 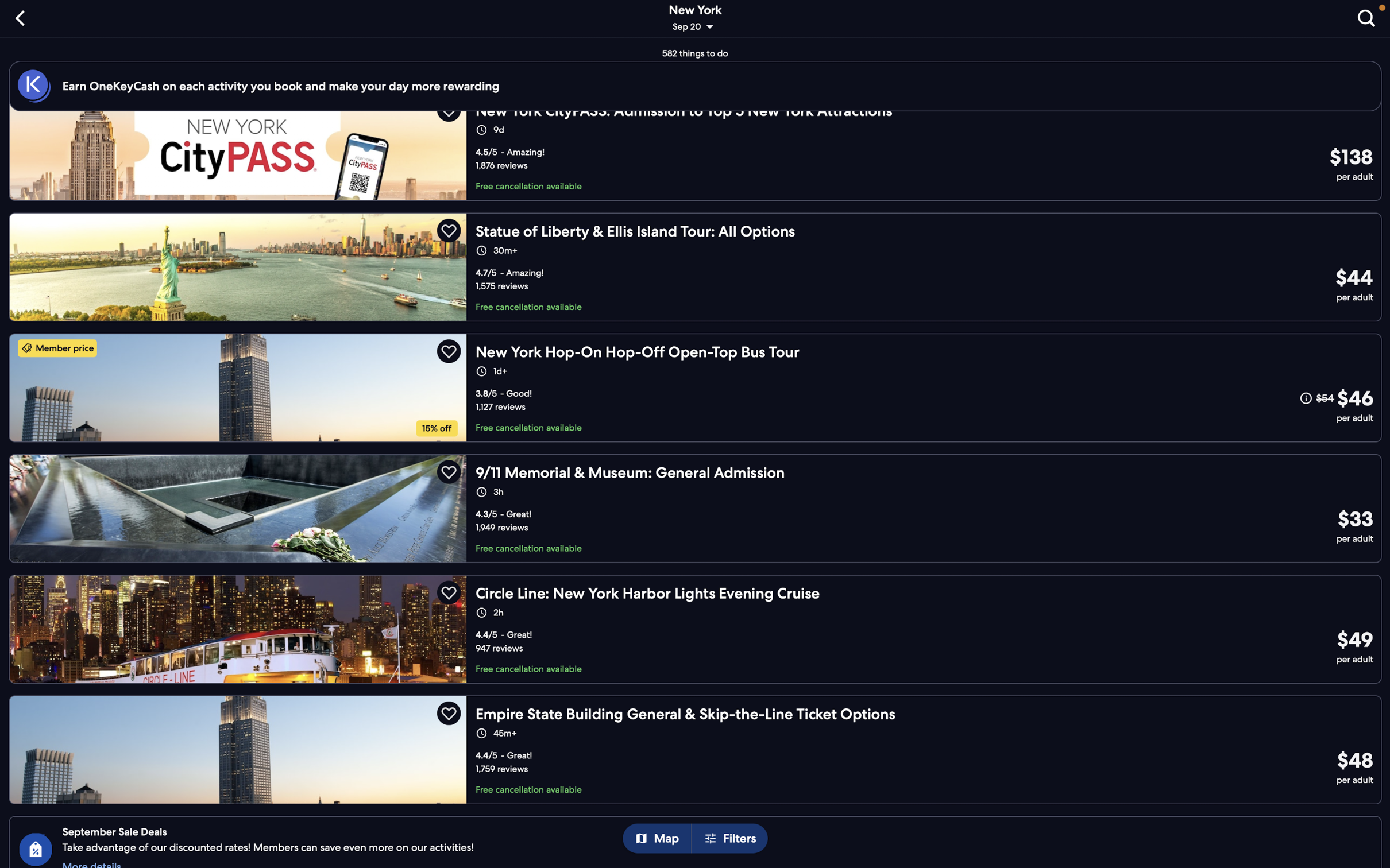 I want to click on Visit the "citypass newyork" section to browse through various packages, so click(x=699, y=156).